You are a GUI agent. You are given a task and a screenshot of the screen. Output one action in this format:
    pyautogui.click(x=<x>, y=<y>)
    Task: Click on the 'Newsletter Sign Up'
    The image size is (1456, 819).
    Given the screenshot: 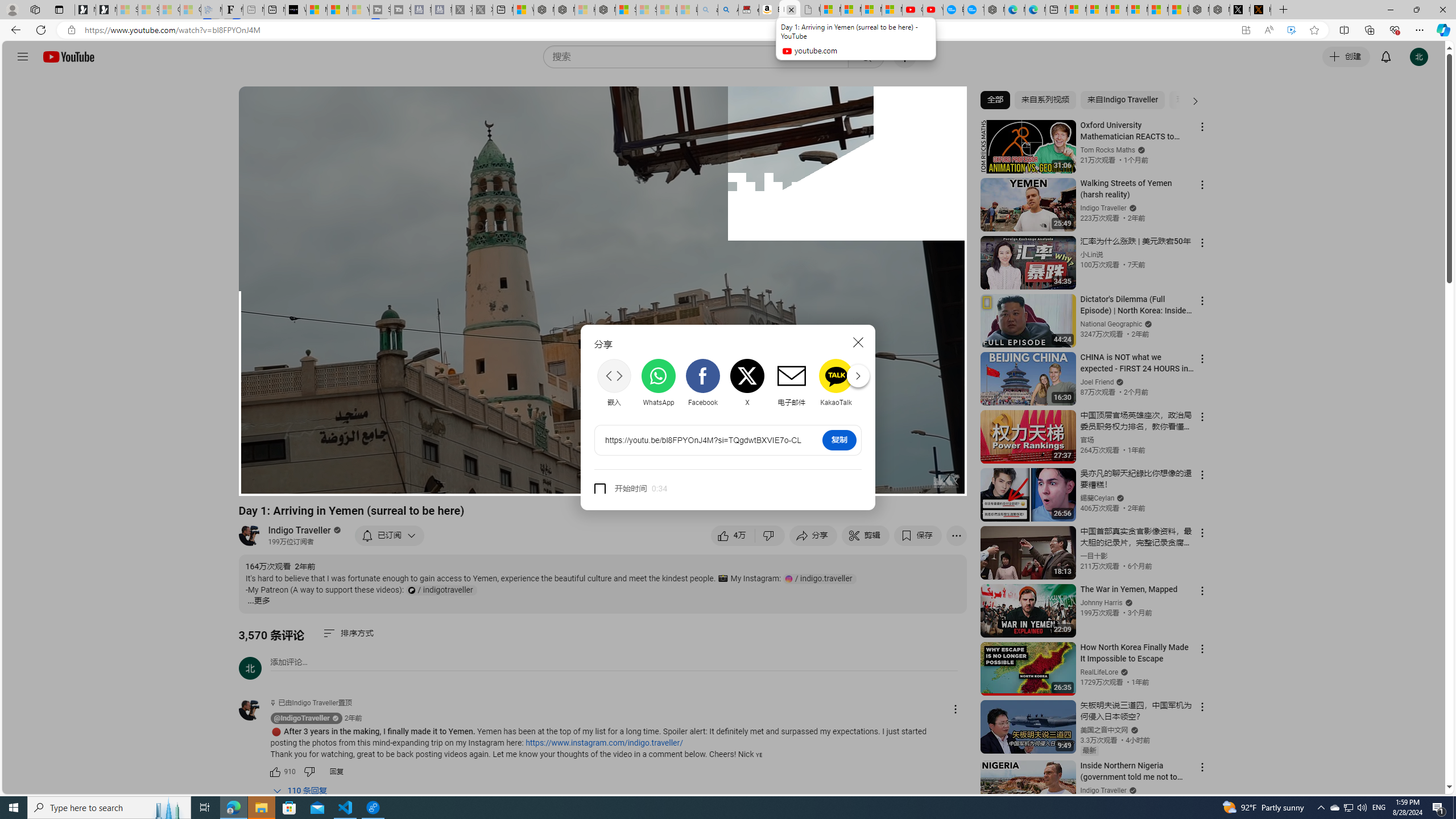 What is the action you would take?
    pyautogui.click(x=106, y=9)
    